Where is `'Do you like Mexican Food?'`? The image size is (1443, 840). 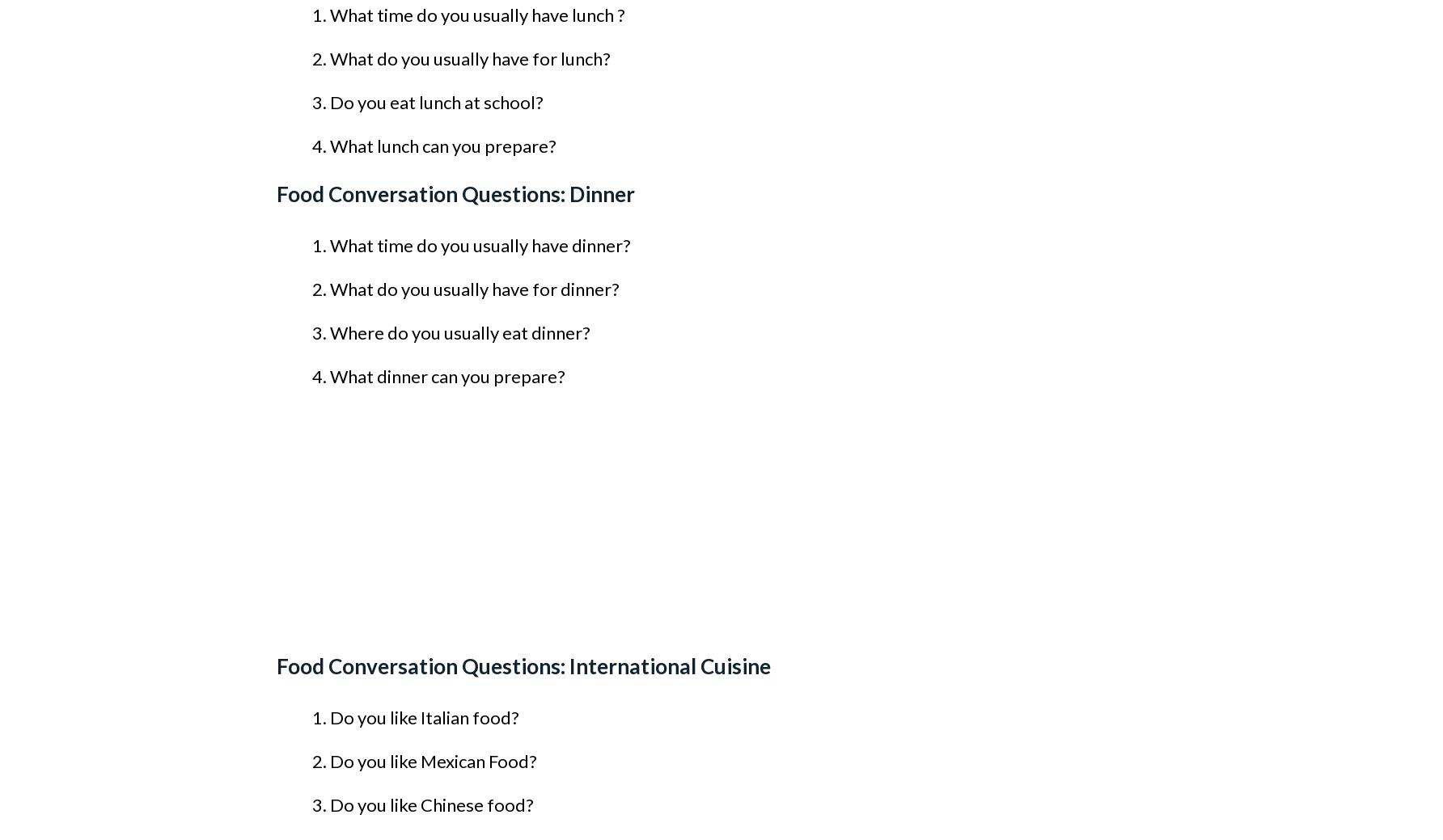 'Do you like Mexican Food?' is located at coordinates (433, 761).